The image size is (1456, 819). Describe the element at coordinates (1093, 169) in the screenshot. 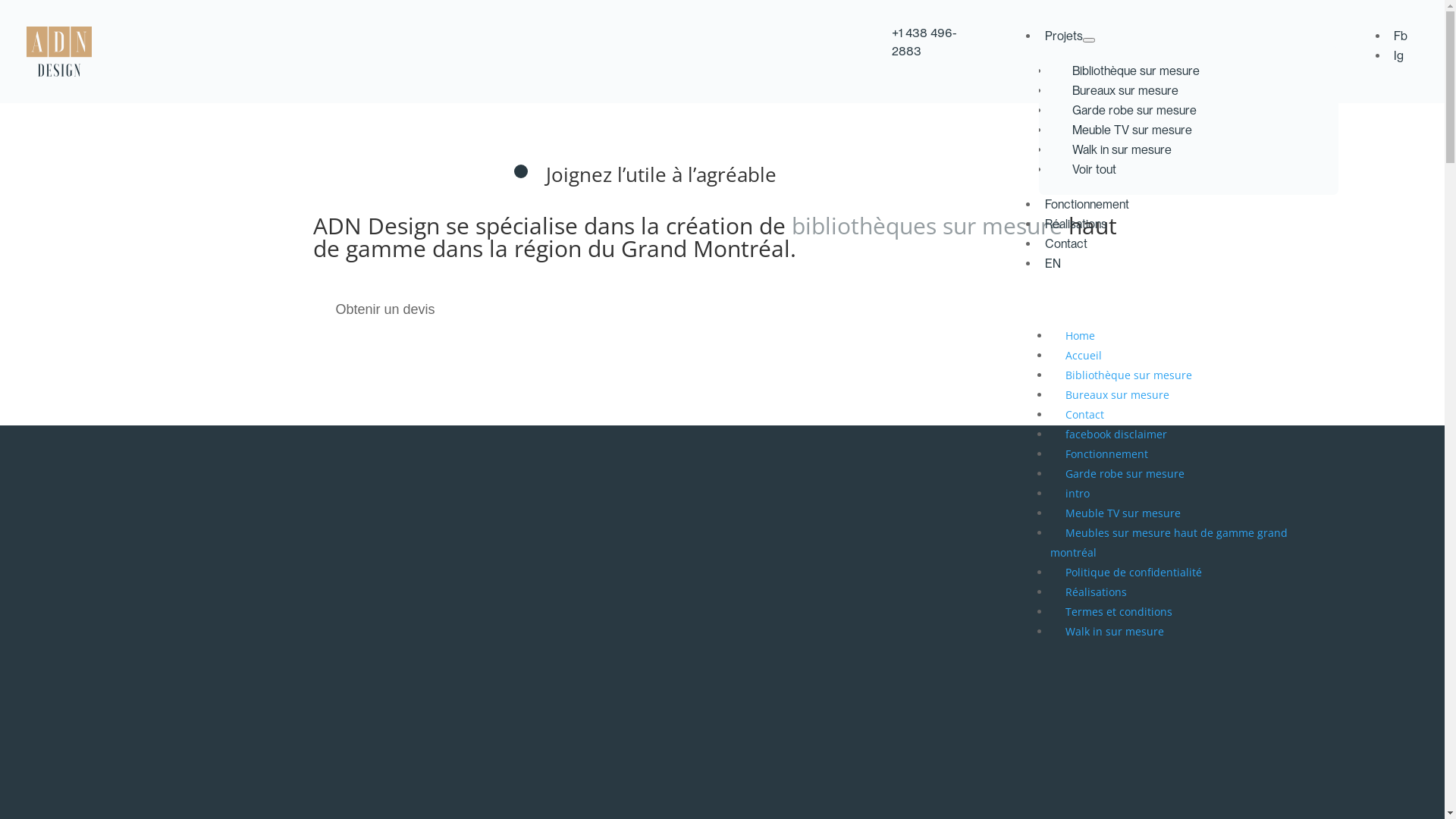

I see `'Voir tout'` at that location.